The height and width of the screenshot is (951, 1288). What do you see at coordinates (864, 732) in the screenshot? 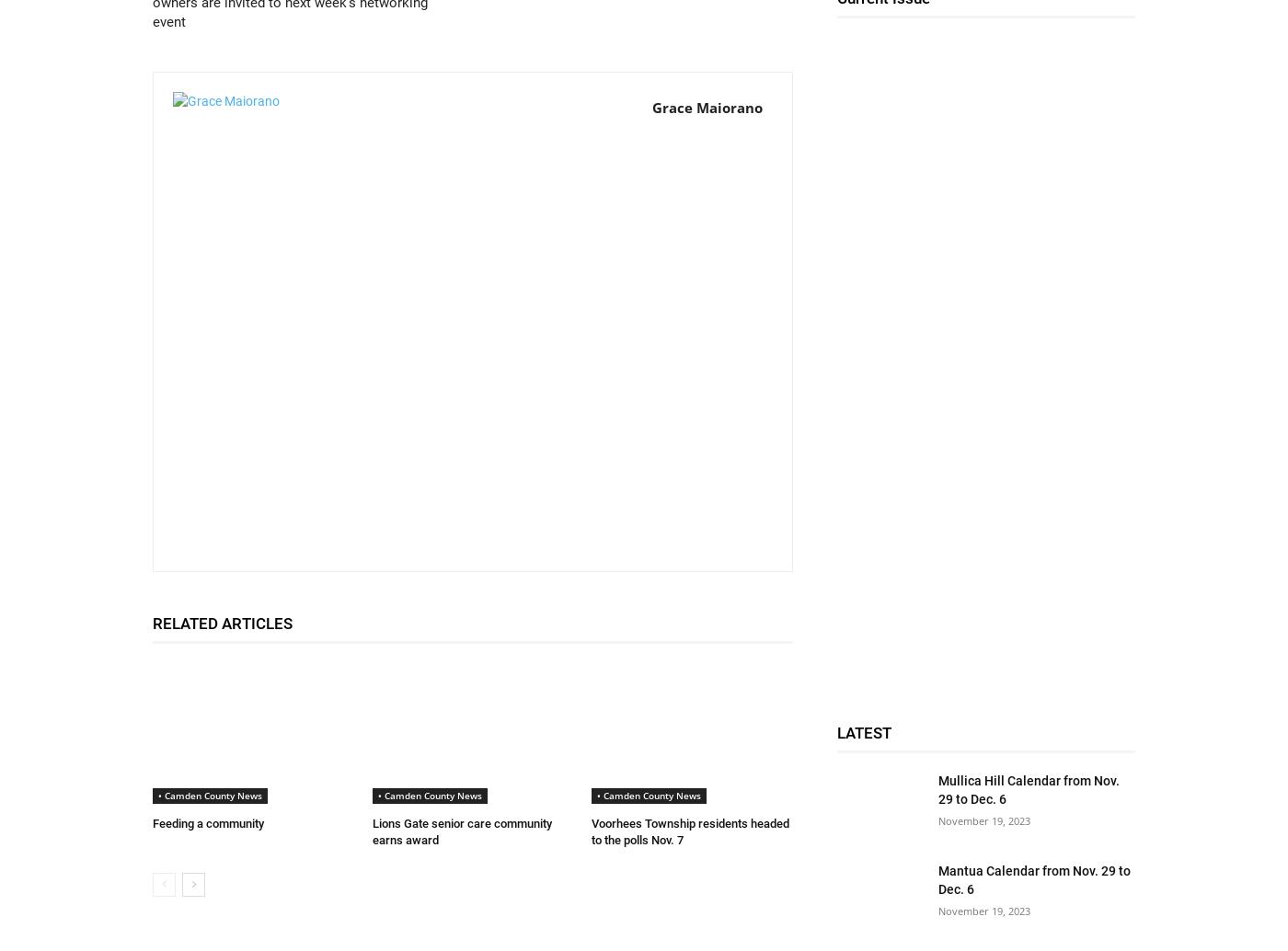
I see `'Latest'` at bounding box center [864, 732].